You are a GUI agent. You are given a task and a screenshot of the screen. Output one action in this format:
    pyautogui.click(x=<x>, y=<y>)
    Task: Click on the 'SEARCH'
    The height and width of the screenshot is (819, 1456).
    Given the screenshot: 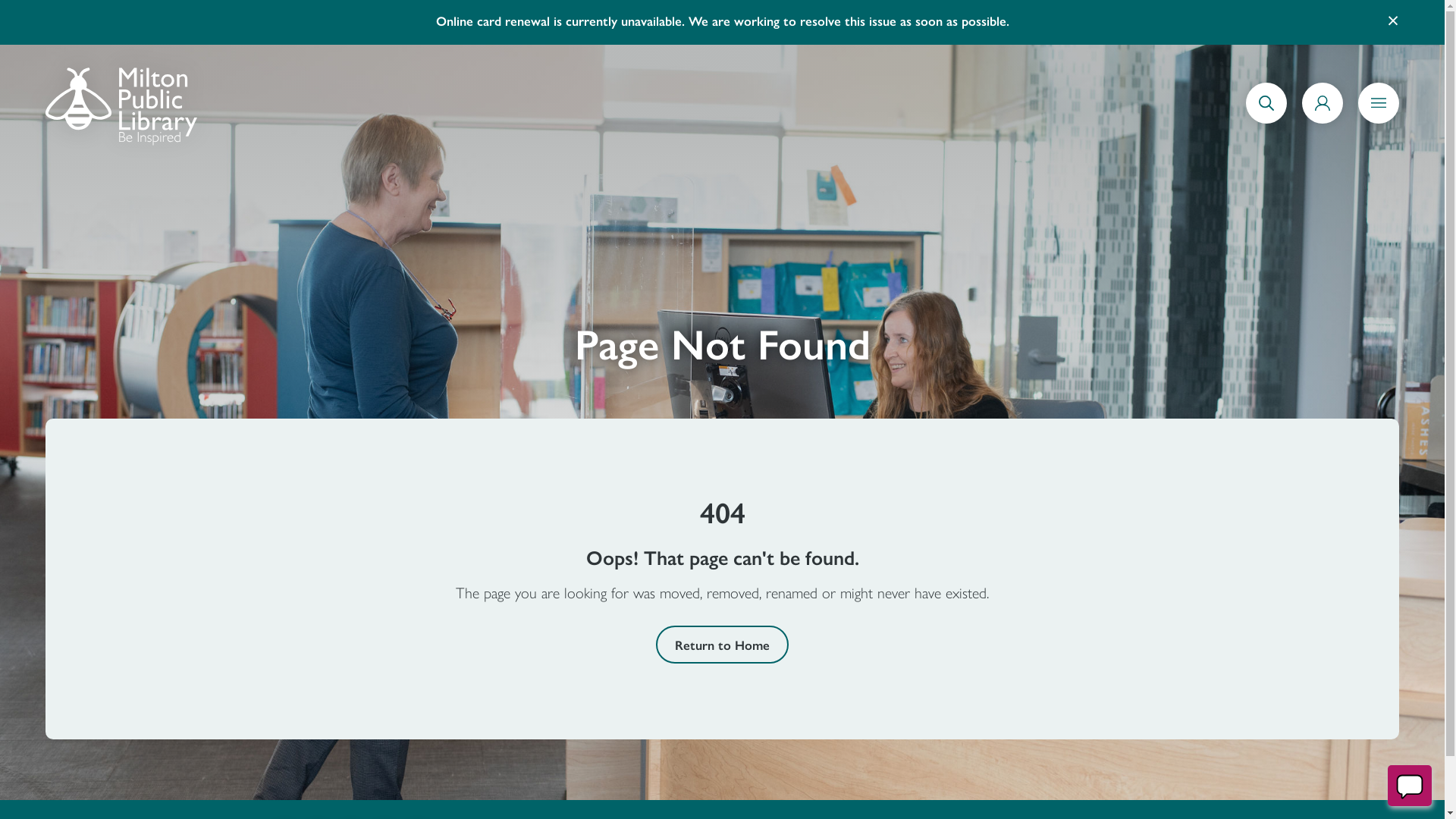 What is the action you would take?
    pyautogui.click(x=1266, y=119)
    